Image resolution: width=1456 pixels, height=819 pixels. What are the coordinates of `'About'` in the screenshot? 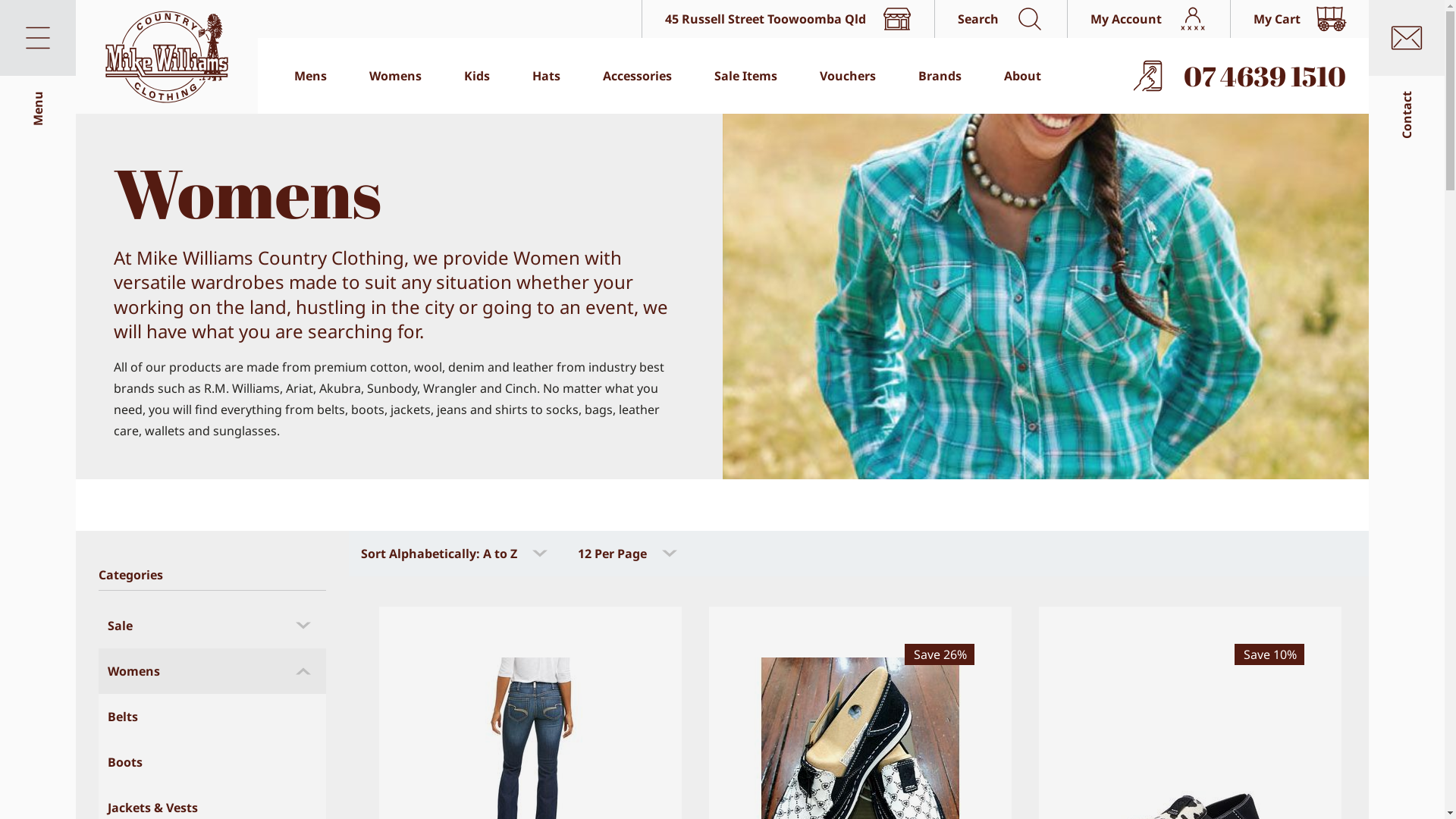 It's located at (1022, 76).